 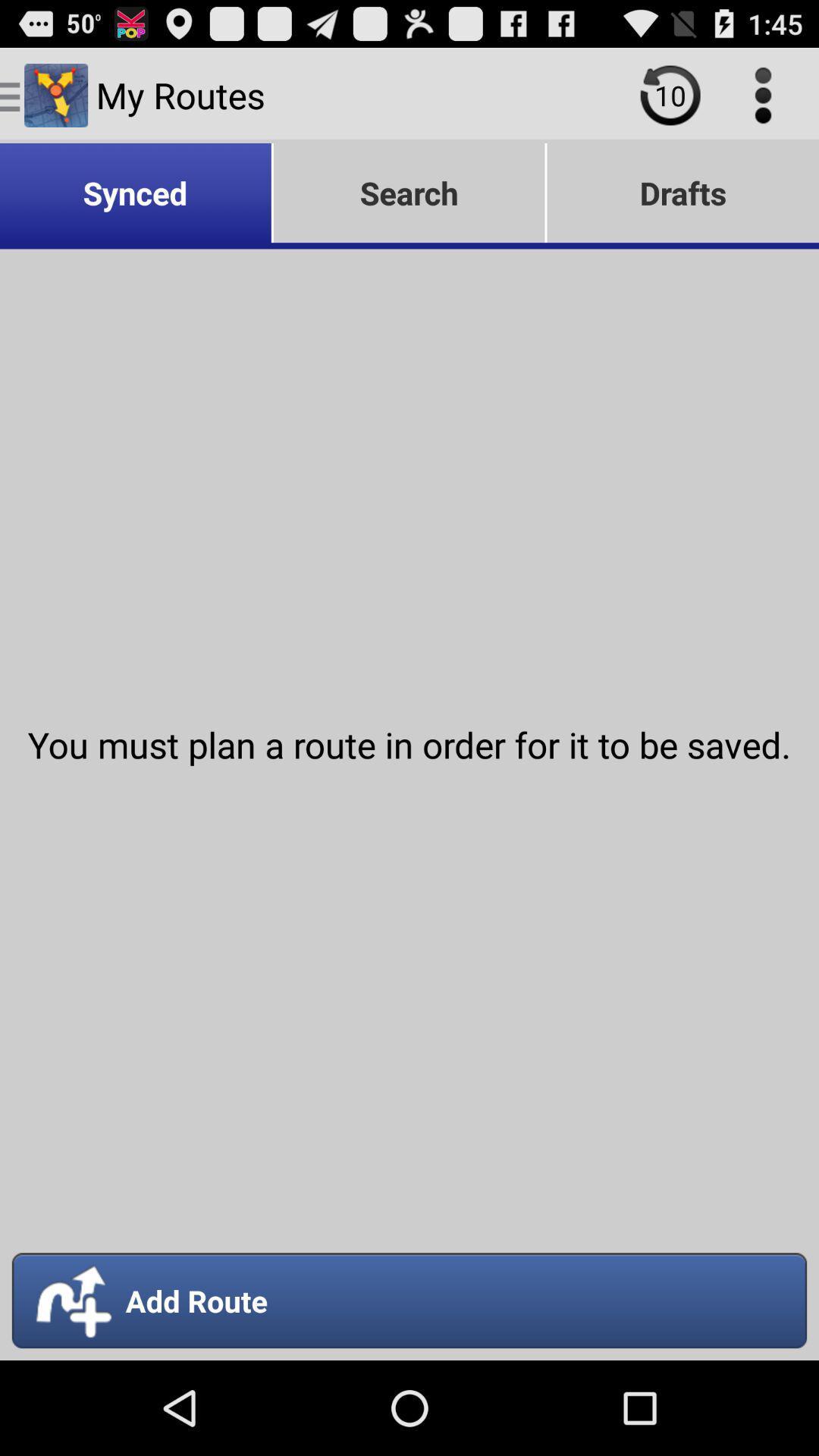 I want to click on icon above the drafts icon, so click(x=670, y=94).